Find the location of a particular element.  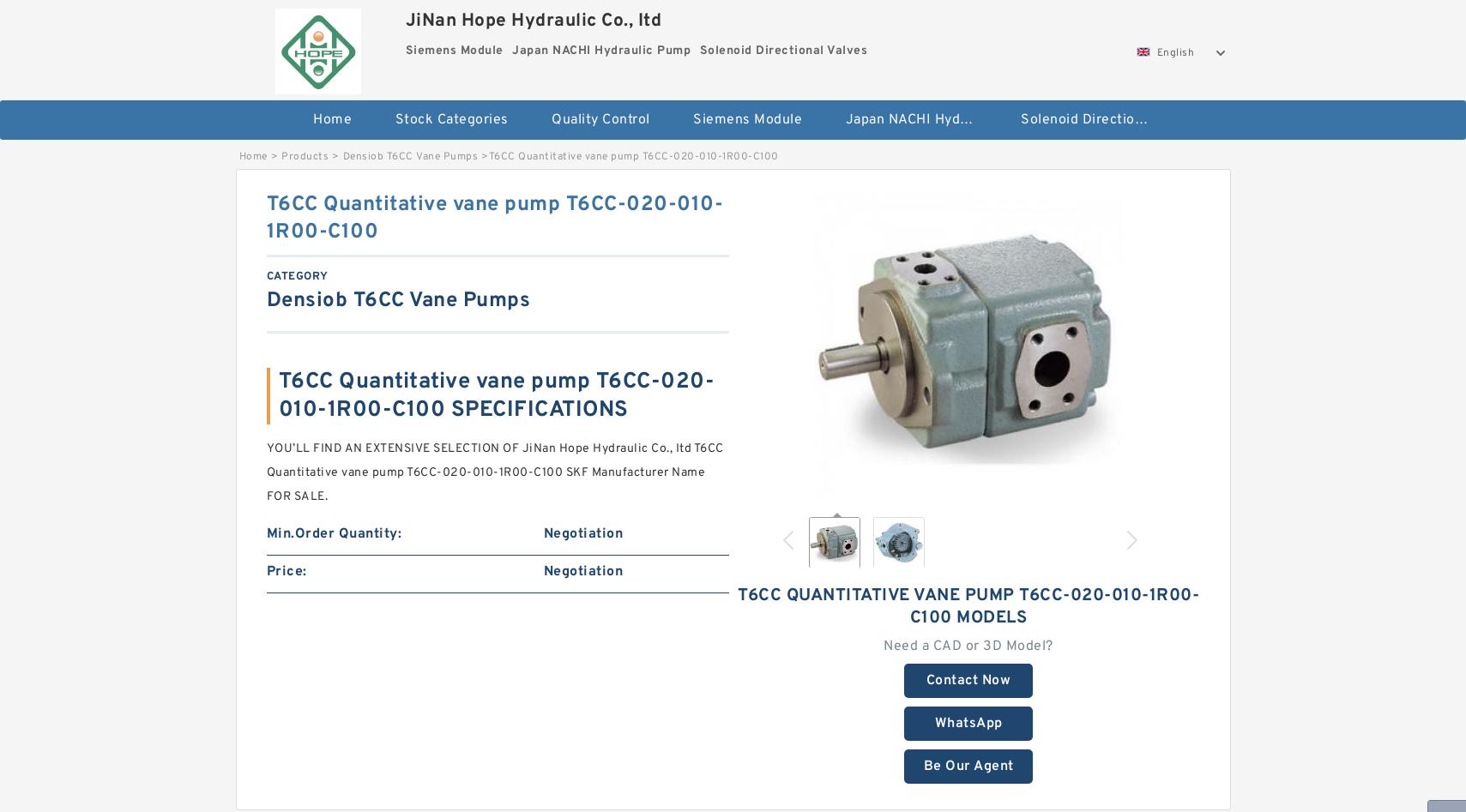

'Need a CAD or 3D Model?' is located at coordinates (884, 646).